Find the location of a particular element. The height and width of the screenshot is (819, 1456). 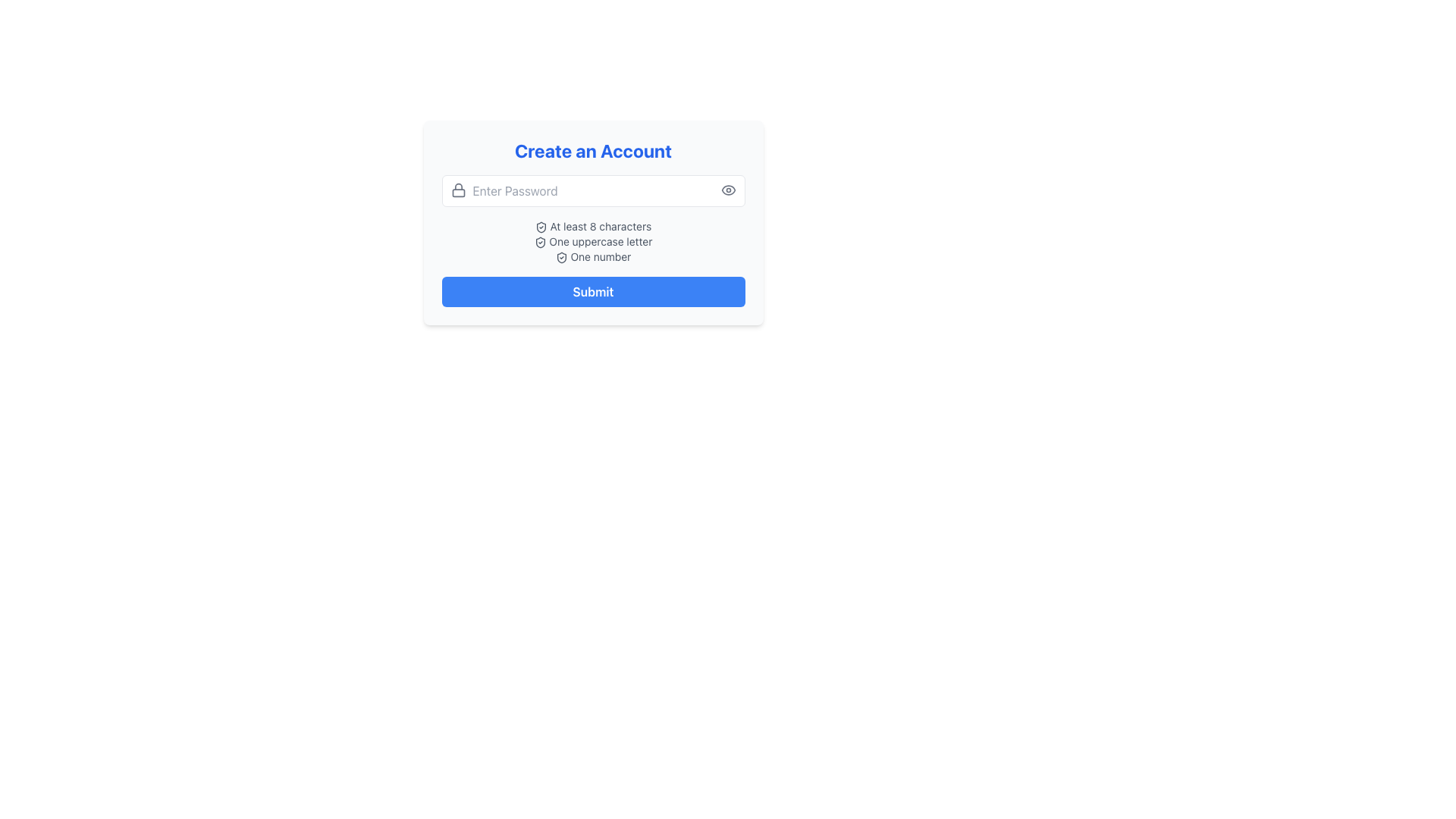

the password visibility toggle icon located to the right of the password input field in the 'Create an Account' dialog box is located at coordinates (728, 189).